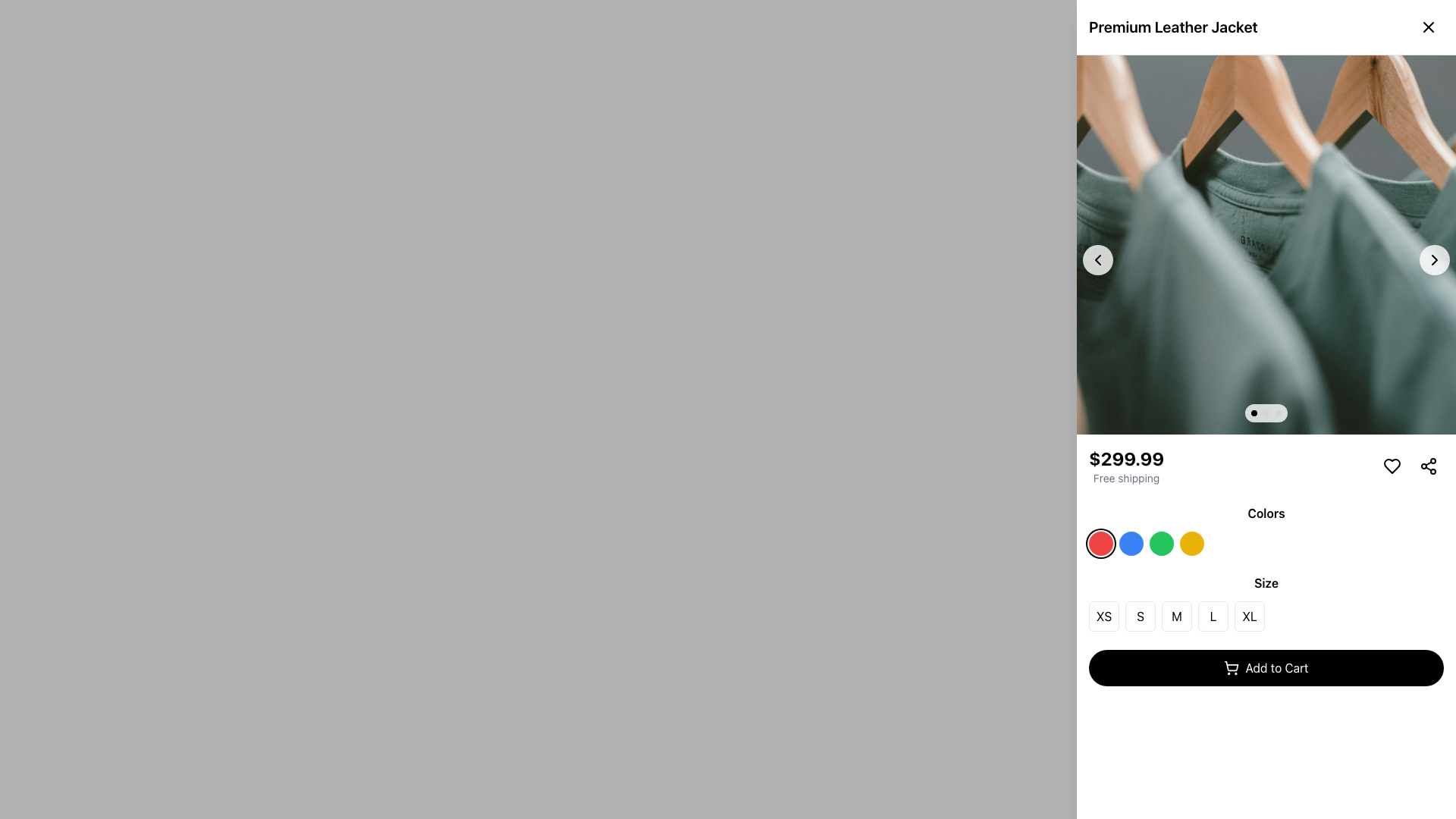 This screenshot has height=819, width=1456. What do you see at coordinates (1433, 259) in the screenshot?
I see `the right-pointing chevron arrow icon, which is styled with a simple outline and likely serves as a navigation control` at bounding box center [1433, 259].